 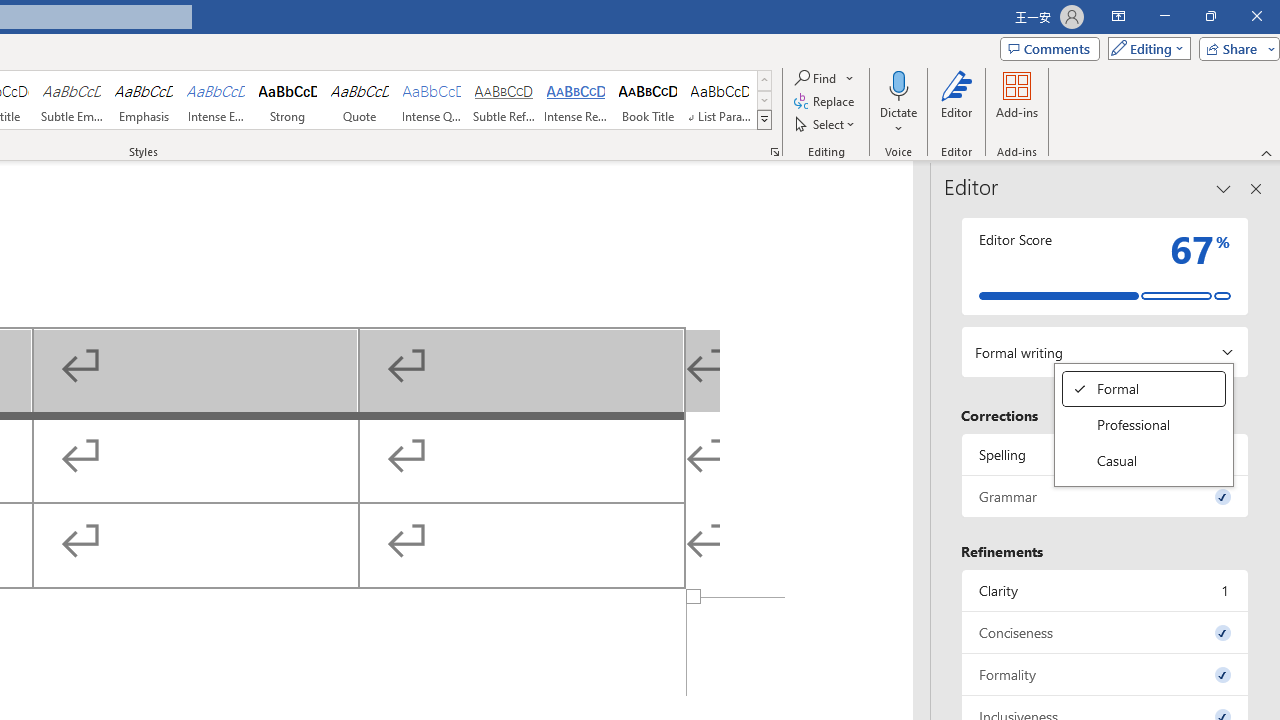 What do you see at coordinates (1144, 47) in the screenshot?
I see `'Editing'` at bounding box center [1144, 47].